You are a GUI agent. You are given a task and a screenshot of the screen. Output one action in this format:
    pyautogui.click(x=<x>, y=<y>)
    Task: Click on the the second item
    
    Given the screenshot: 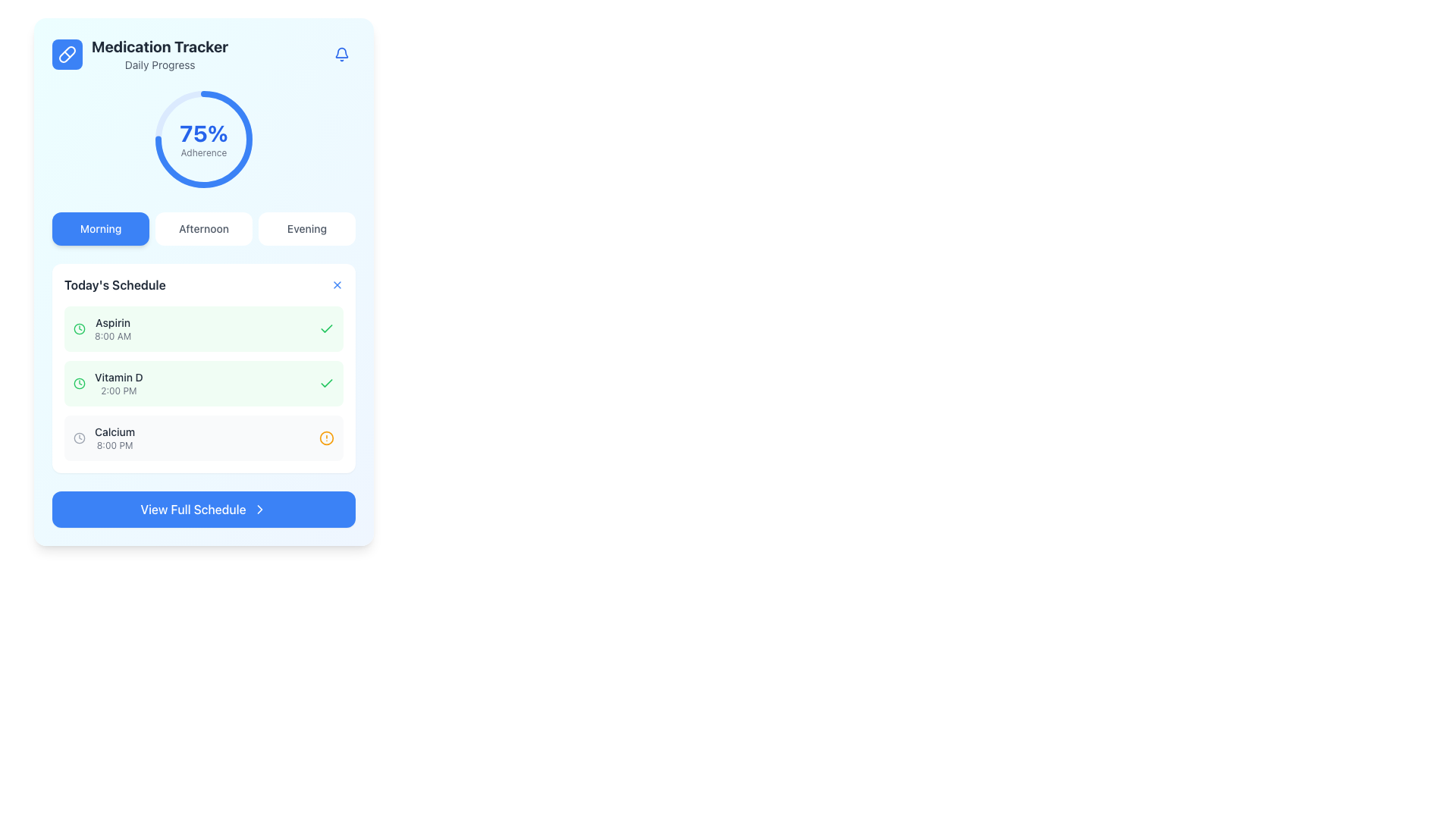 What is the action you would take?
    pyautogui.click(x=202, y=382)
    